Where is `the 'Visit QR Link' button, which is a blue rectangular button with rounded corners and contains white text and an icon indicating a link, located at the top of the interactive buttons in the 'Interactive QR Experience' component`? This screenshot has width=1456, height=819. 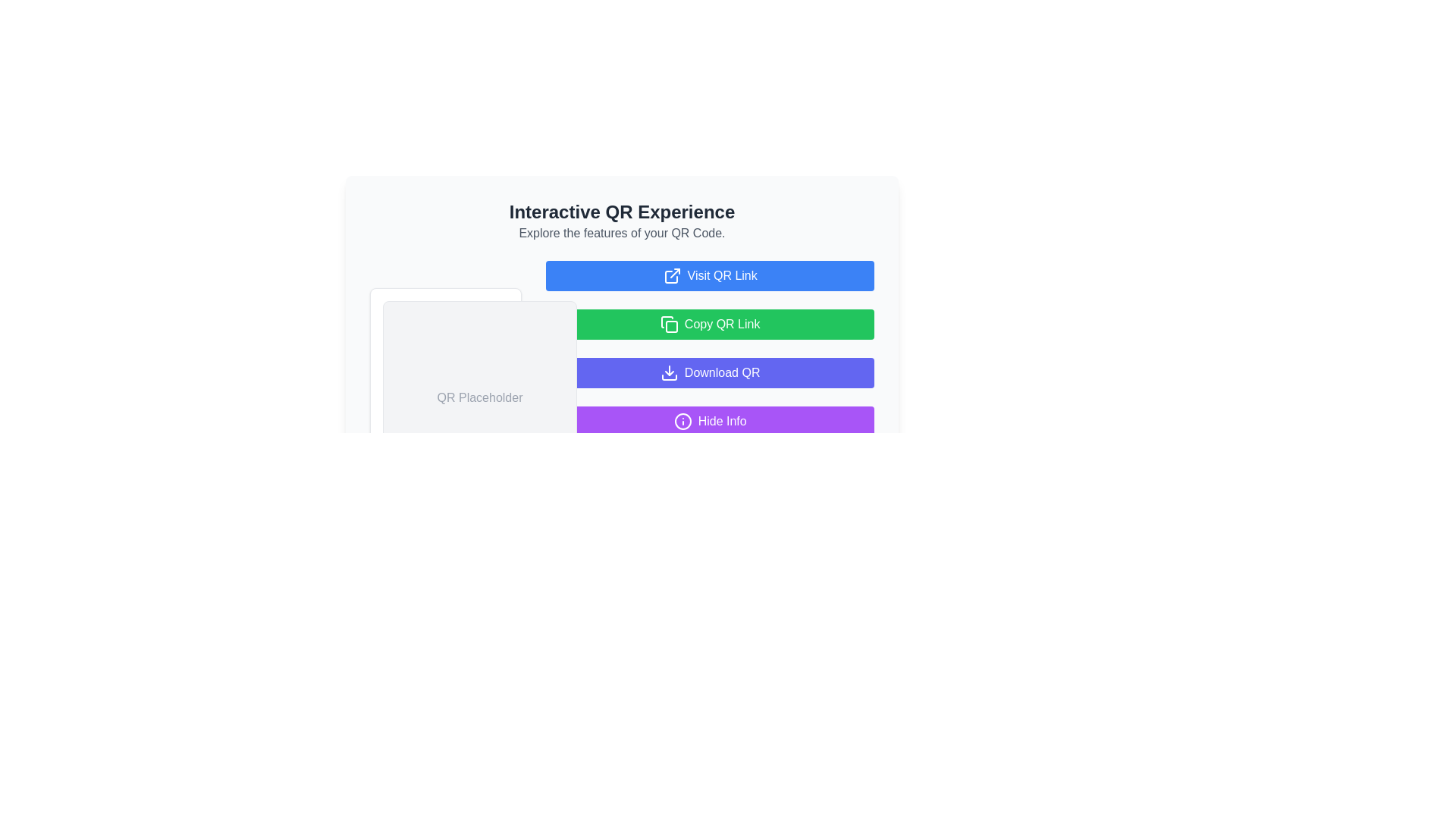
the 'Visit QR Link' button, which is a blue rectangular button with rounded corners and contains white text and an icon indicating a link, located at the top of the interactive buttons in the 'Interactive QR Experience' component is located at coordinates (709, 275).